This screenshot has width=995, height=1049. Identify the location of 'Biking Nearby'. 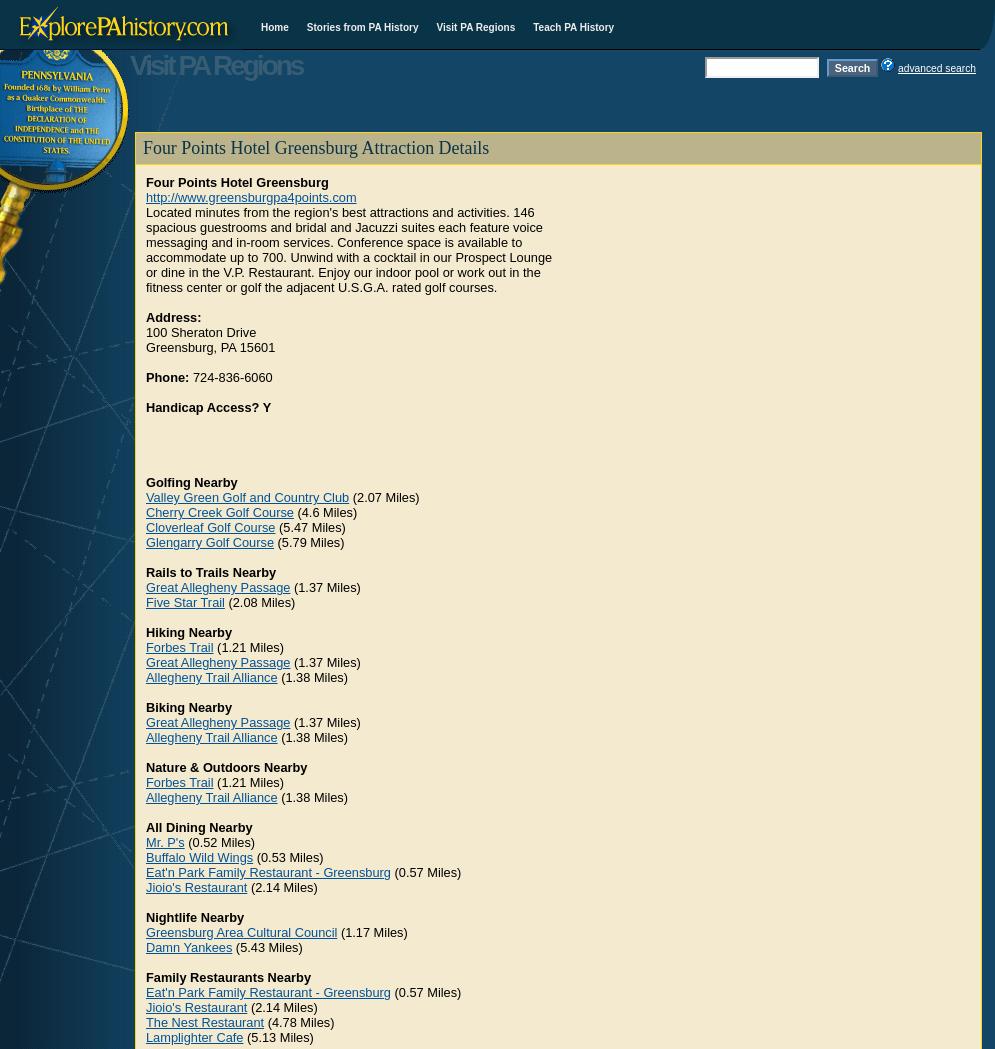
(188, 707).